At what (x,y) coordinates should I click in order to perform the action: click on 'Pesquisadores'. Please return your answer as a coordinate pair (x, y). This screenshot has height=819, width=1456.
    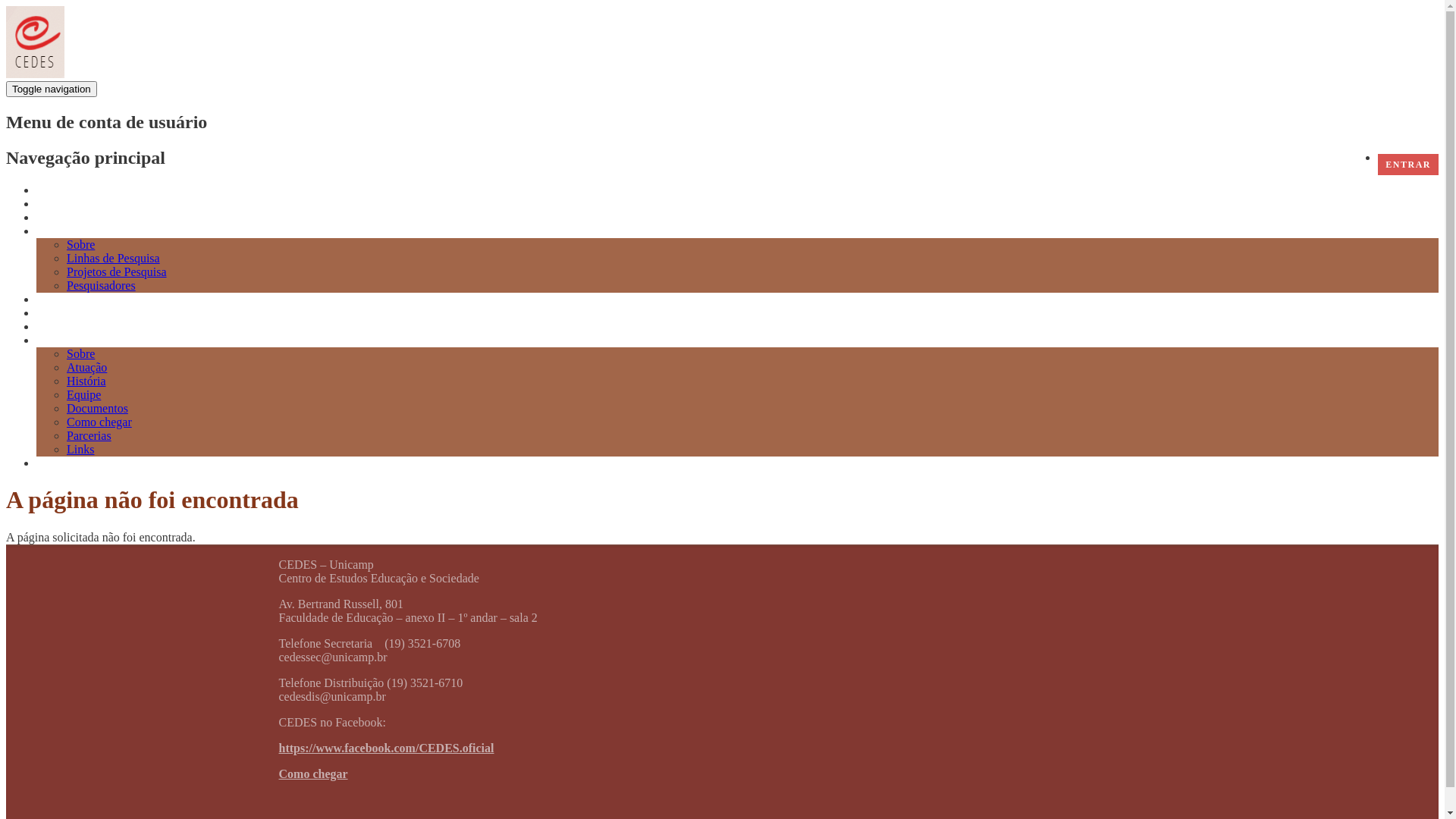
    Looking at the image, I should click on (100, 285).